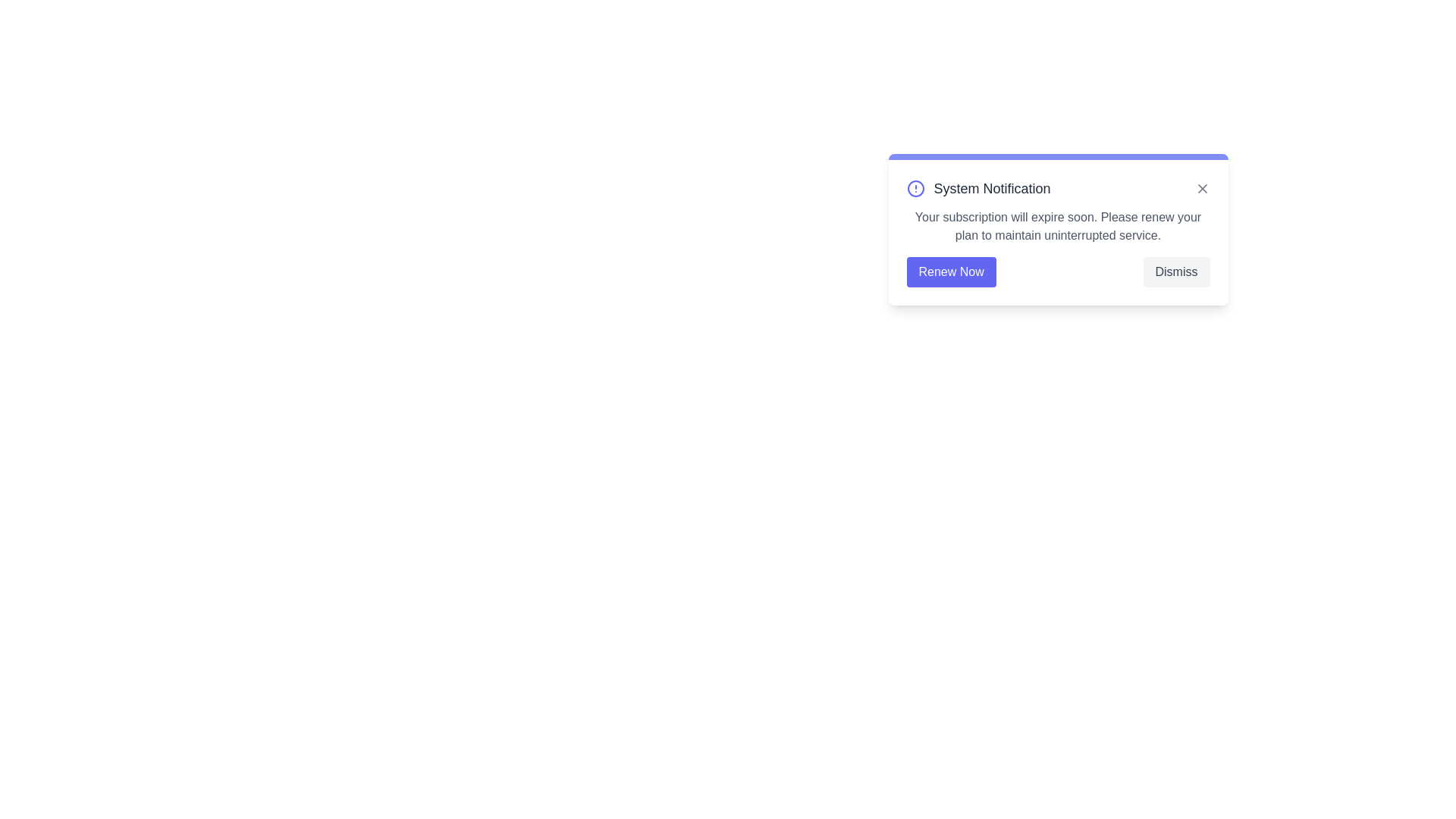 This screenshot has width=1456, height=819. Describe the element at coordinates (1175, 271) in the screenshot. I see `the 'Dismiss' button to dismiss the notification` at that location.